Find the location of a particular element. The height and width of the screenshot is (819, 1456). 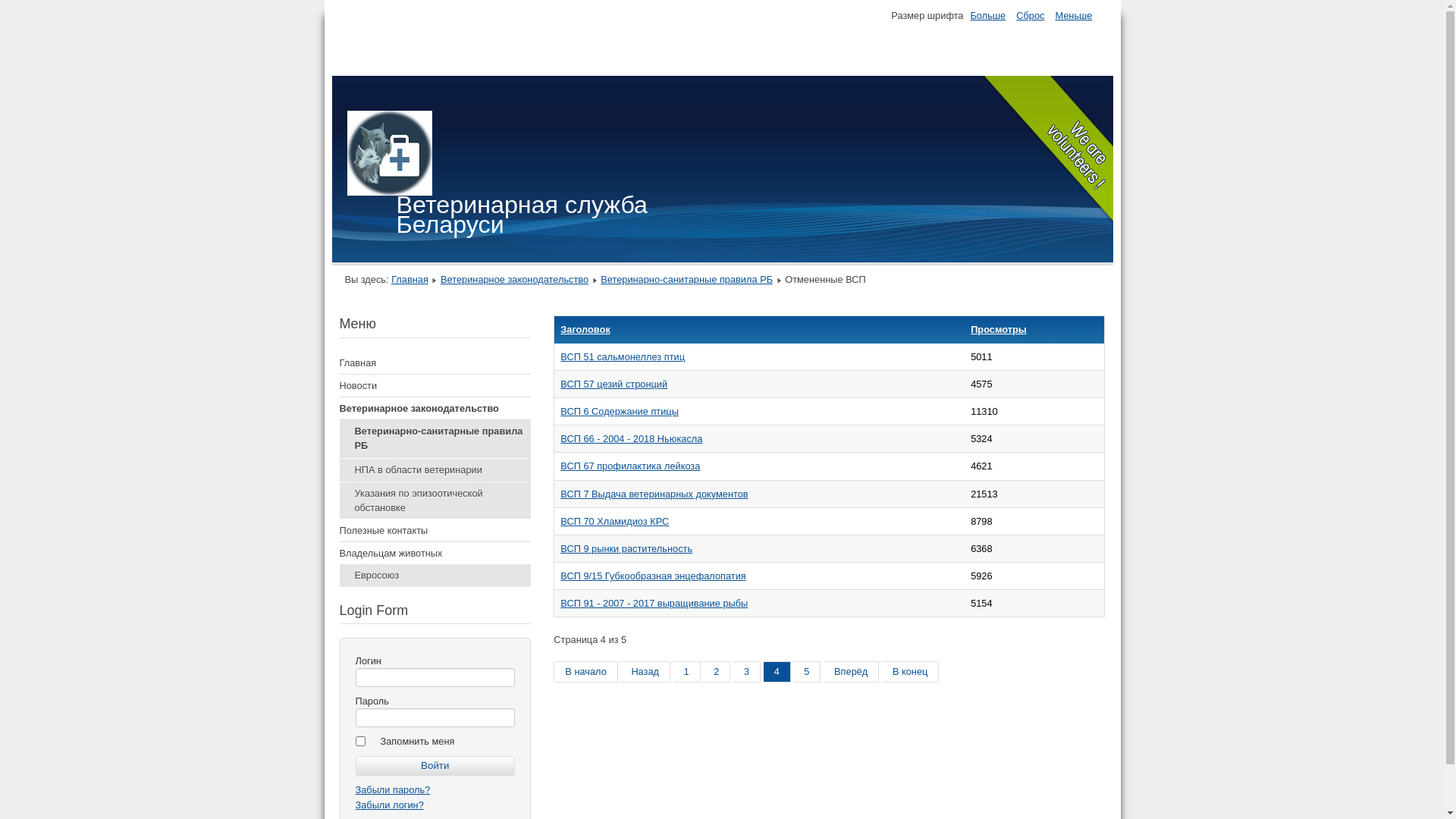

'3' is located at coordinates (733, 671).